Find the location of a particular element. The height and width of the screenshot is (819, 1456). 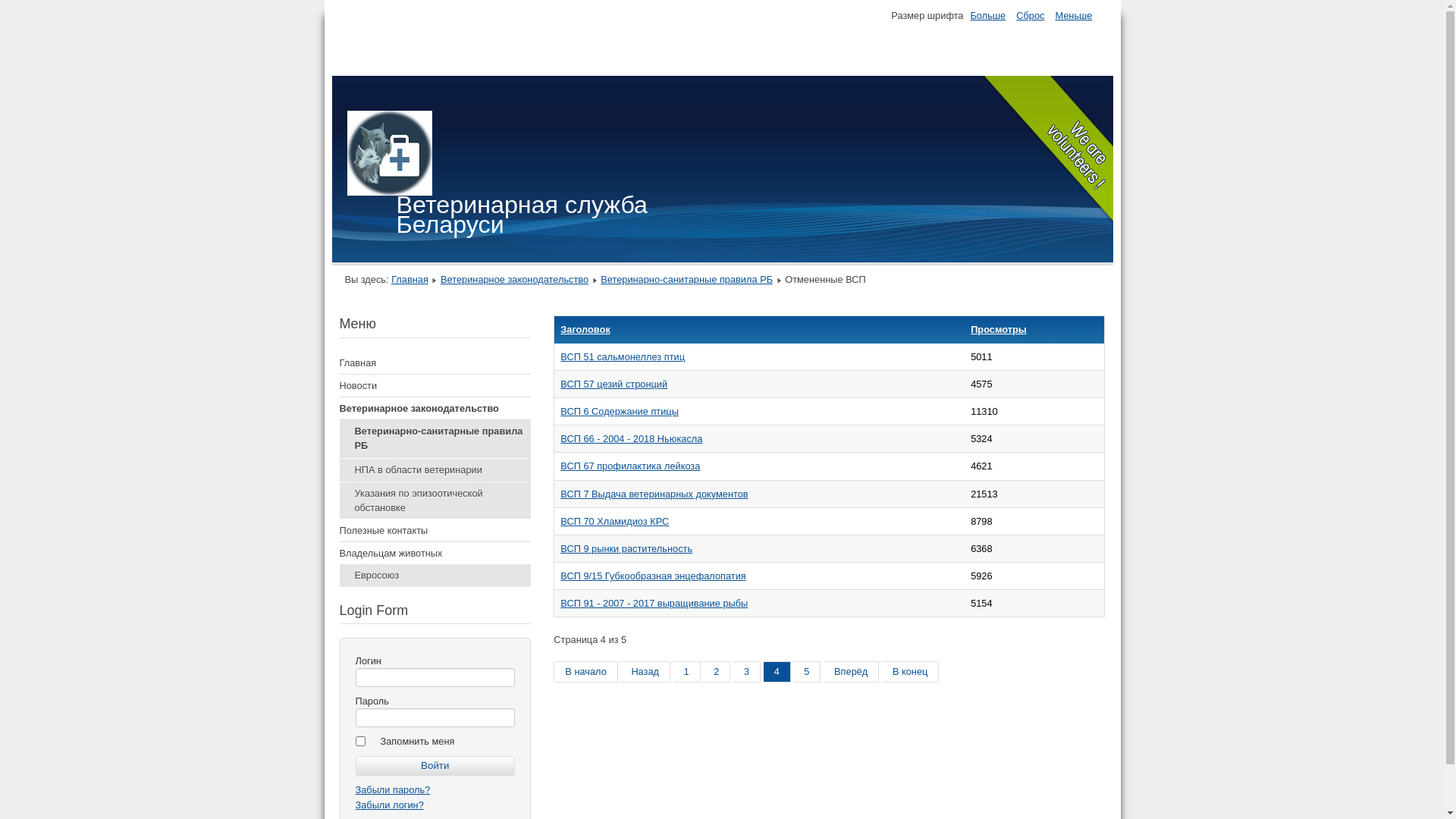

'3' is located at coordinates (733, 671).